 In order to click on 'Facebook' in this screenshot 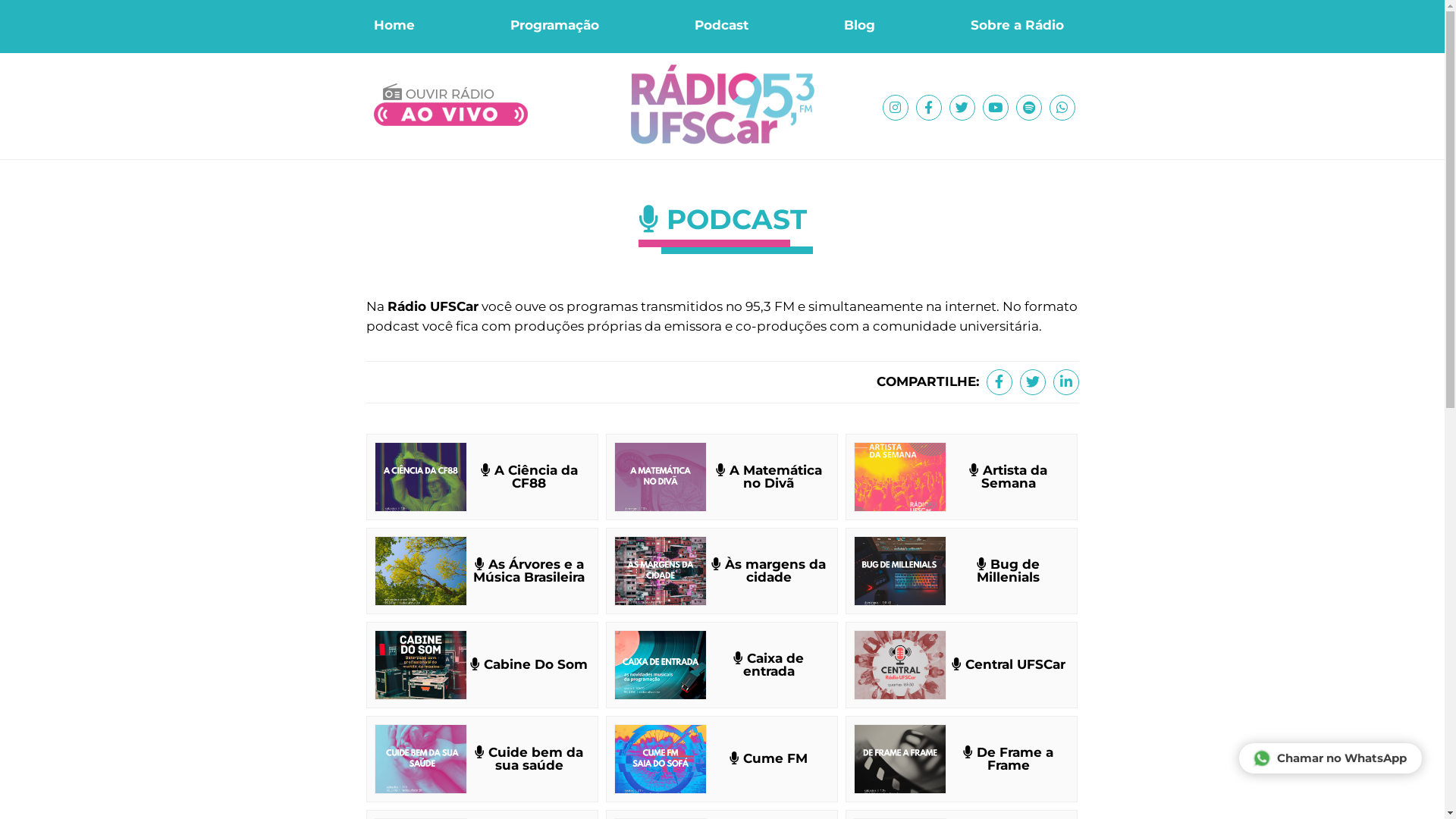, I will do `click(915, 107)`.